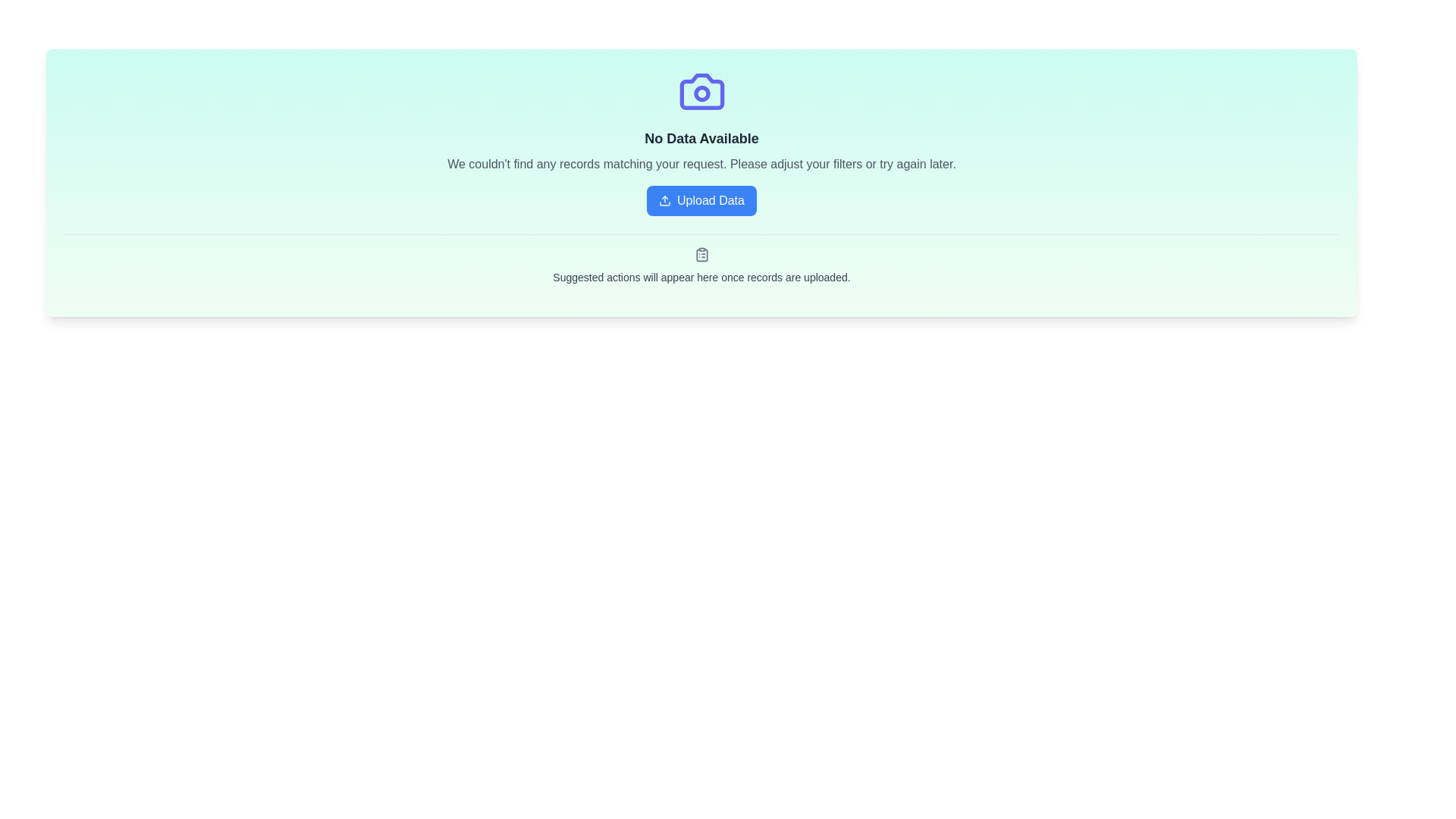 The image size is (1456, 819). What do you see at coordinates (701, 254) in the screenshot?
I see `the SVG graphical element resembling a clipboard located in the bottom section of the interface, below the main no-data panel` at bounding box center [701, 254].